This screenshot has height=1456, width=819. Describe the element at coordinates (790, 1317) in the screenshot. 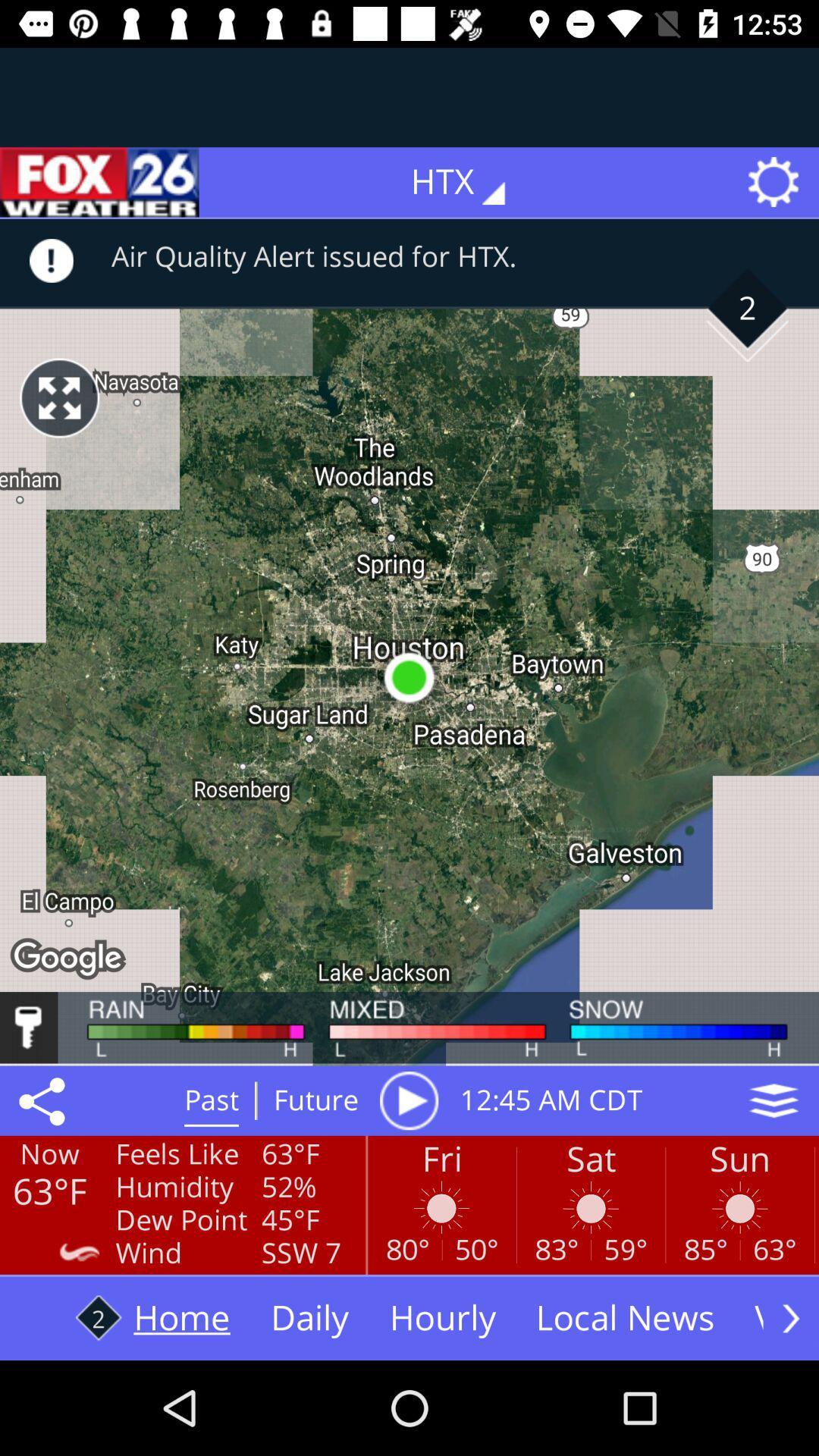

I see `icon to the right of video item` at that location.